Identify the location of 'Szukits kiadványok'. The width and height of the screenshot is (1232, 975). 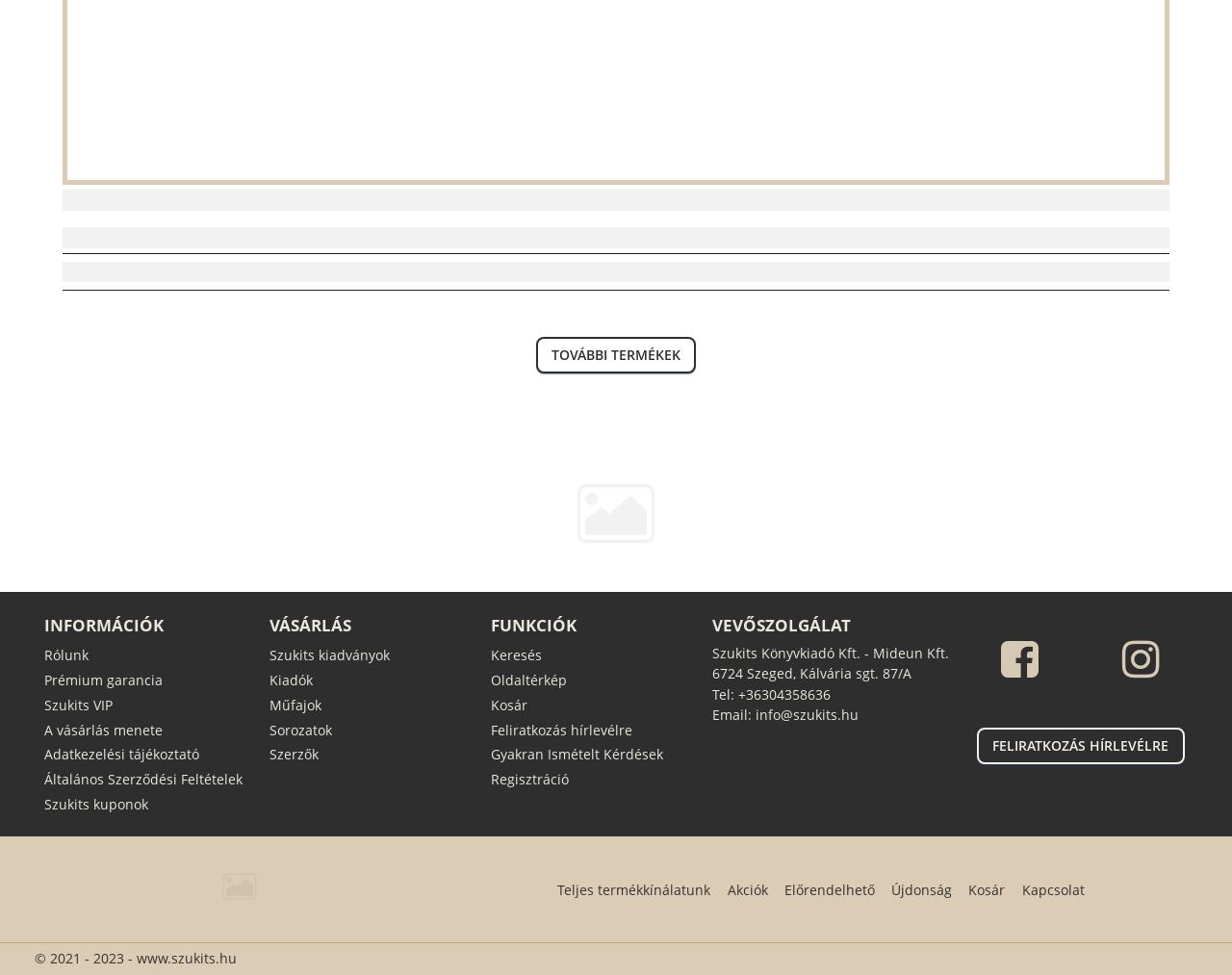
(328, 653).